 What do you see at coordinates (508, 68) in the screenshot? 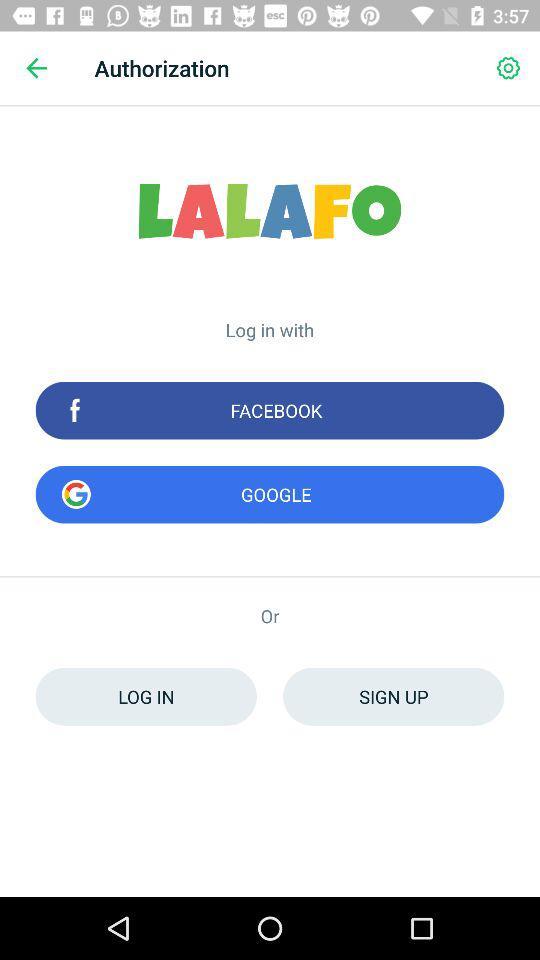
I see `the icon to the right of the authorization` at bounding box center [508, 68].